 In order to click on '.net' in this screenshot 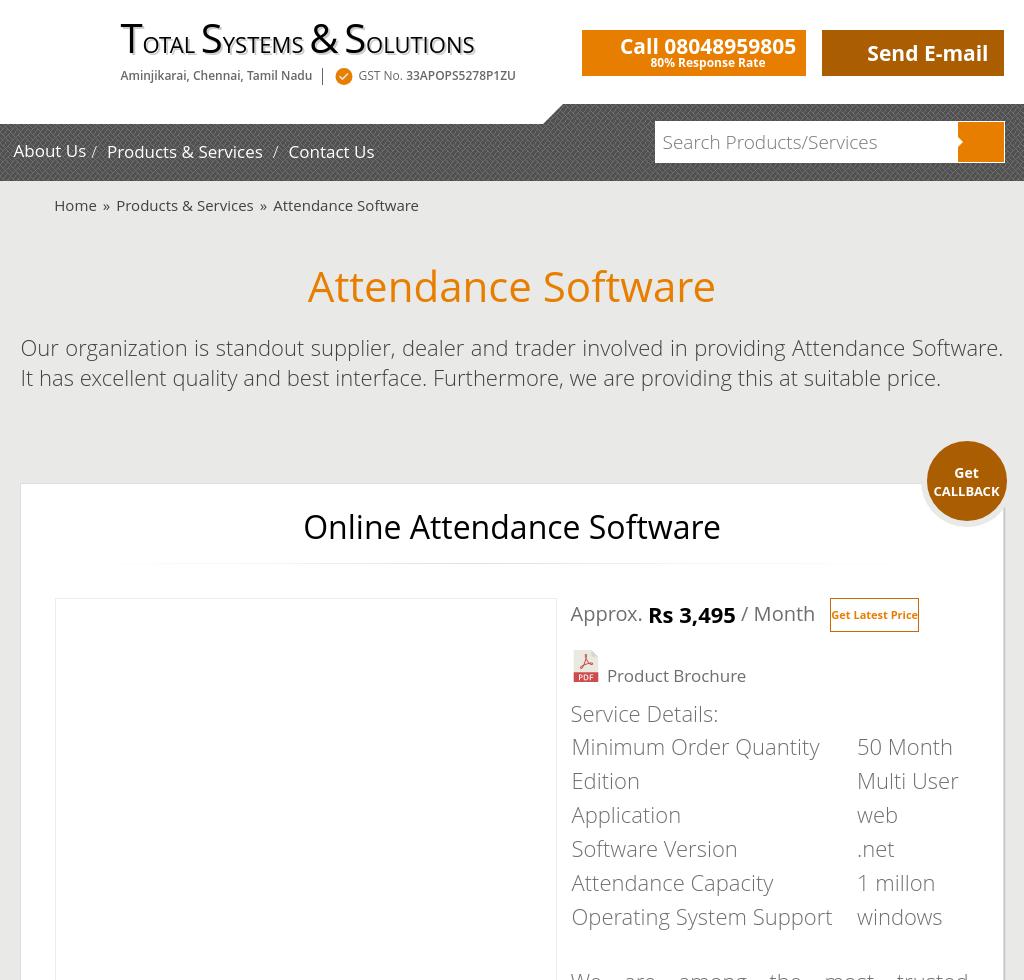, I will do `click(856, 847)`.